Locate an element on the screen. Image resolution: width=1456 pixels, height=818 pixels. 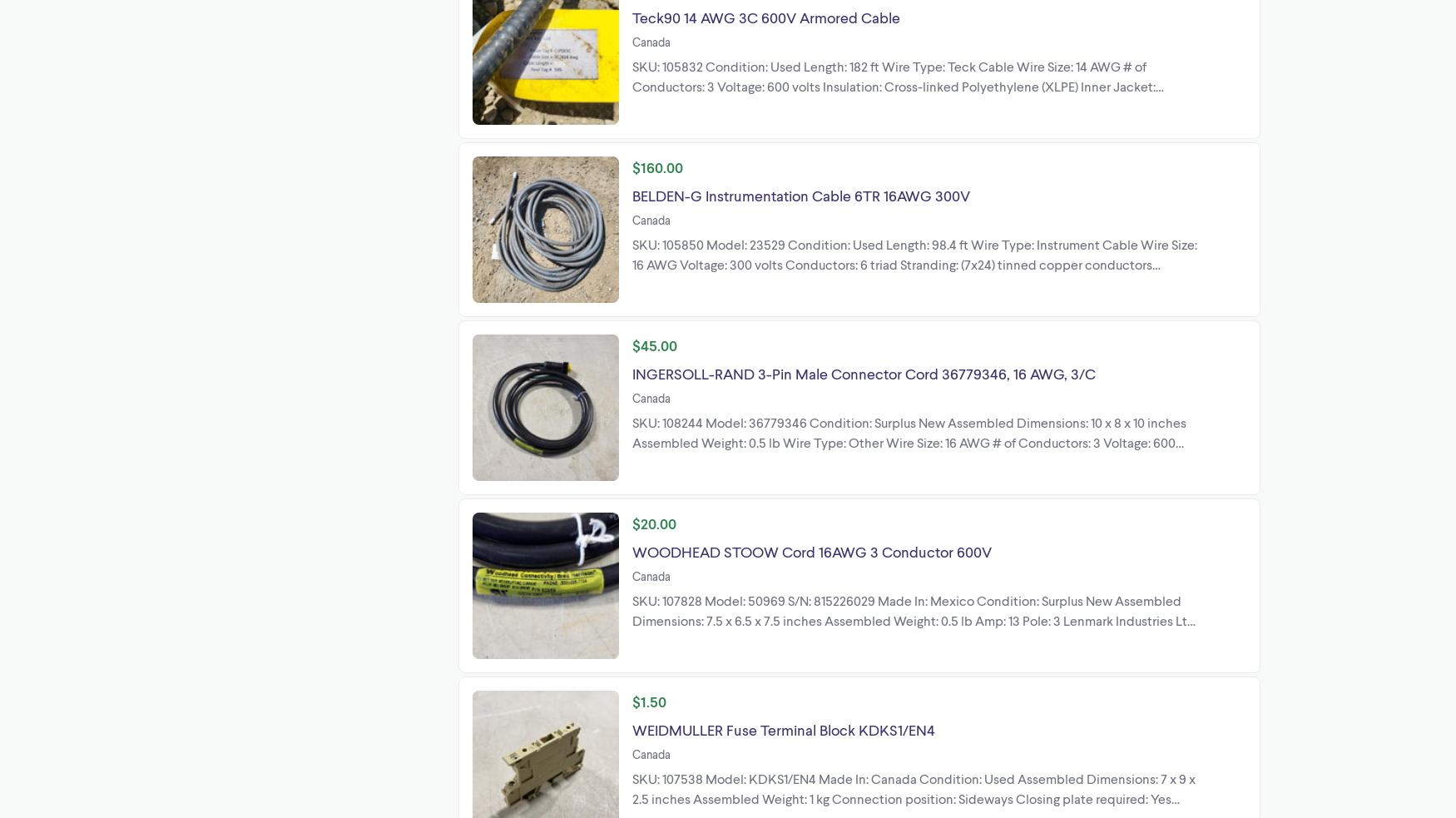
'$20.00' is located at coordinates (653, 523).